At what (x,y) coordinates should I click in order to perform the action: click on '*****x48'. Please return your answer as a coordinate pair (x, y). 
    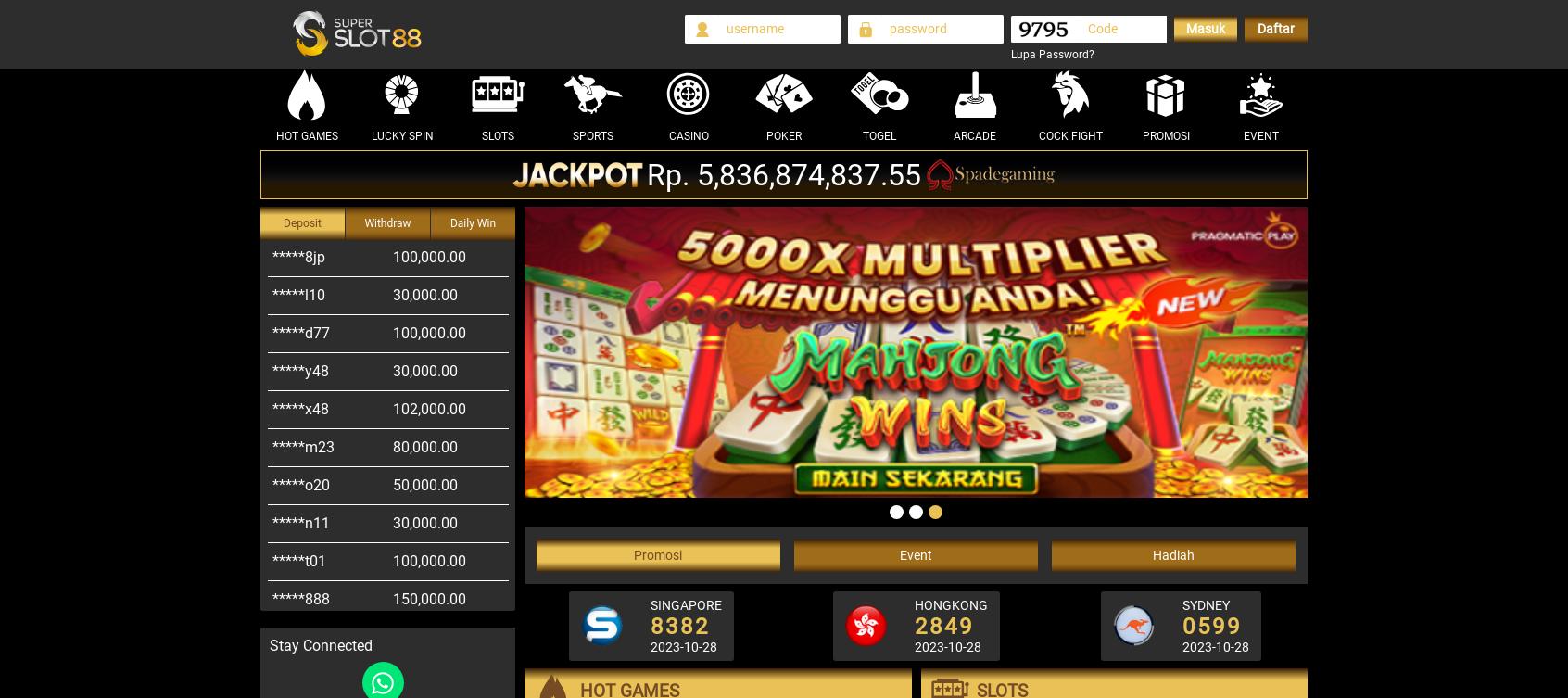
    Looking at the image, I should click on (272, 369).